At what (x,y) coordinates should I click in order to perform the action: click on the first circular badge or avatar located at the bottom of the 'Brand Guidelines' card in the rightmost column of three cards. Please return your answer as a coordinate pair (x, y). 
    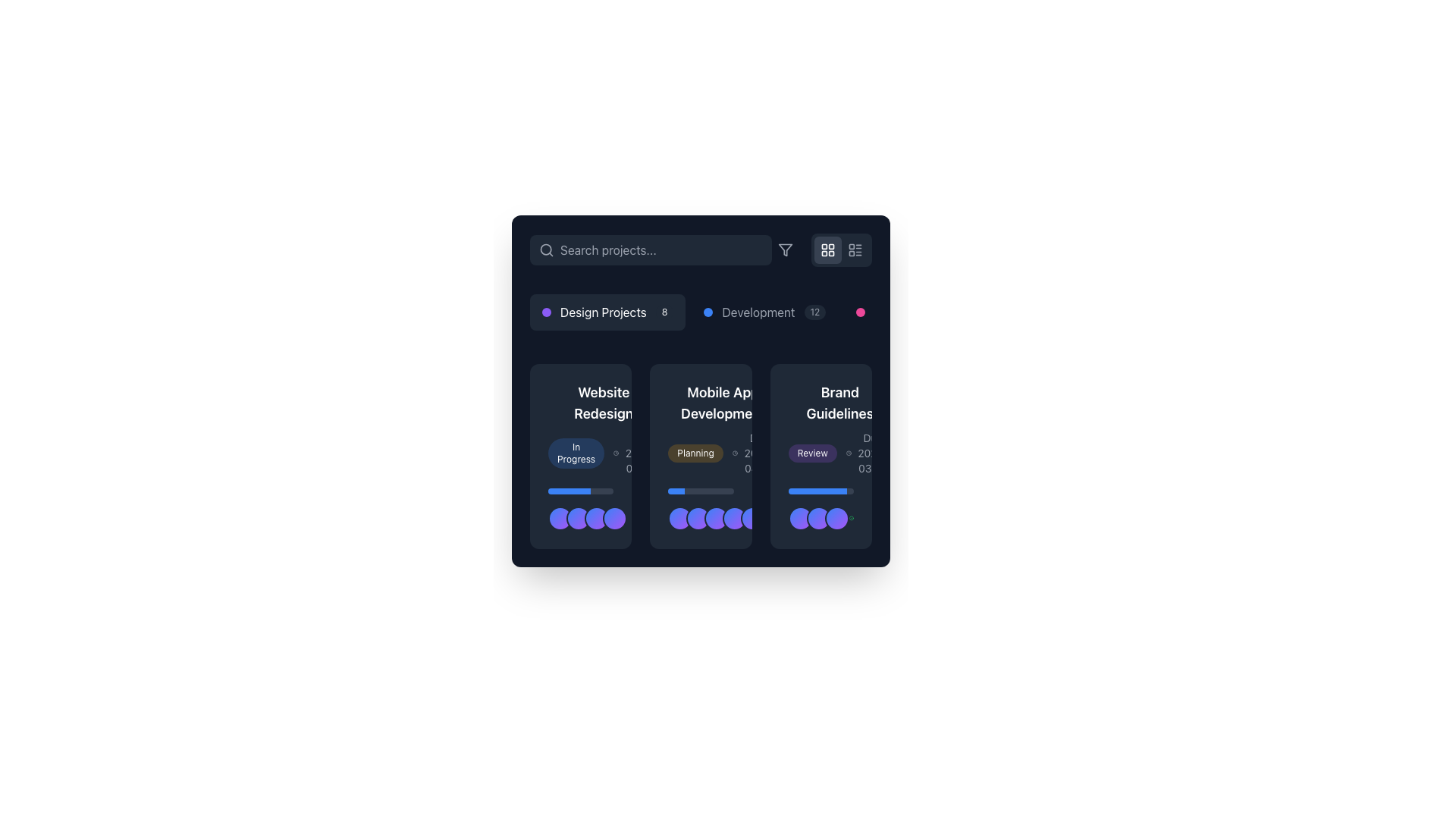
    Looking at the image, I should click on (799, 517).